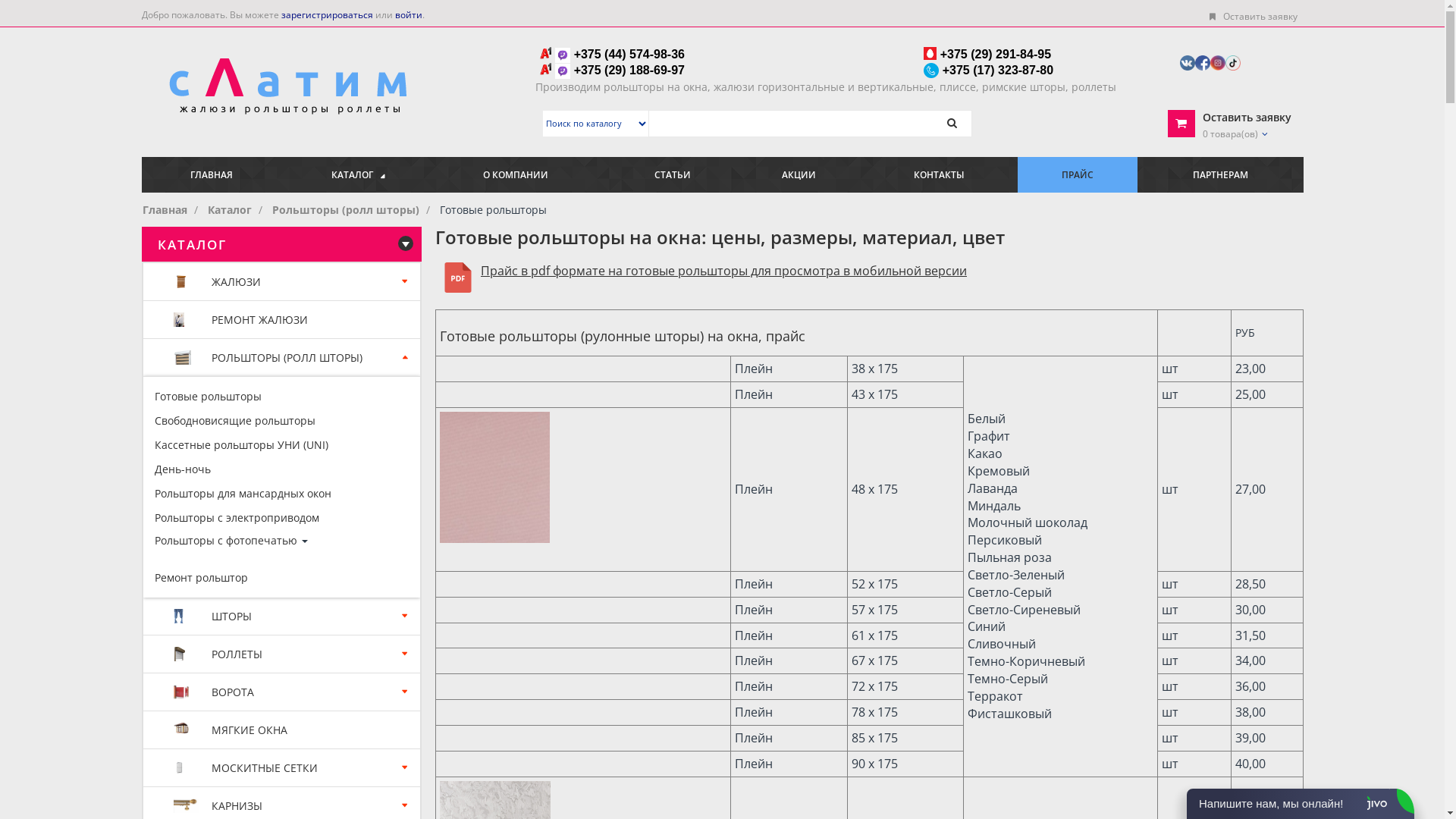 Image resolution: width=1456 pixels, height=819 pixels. What do you see at coordinates (1186, 61) in the screenshot?
I see `'Slatim vk'` at bounding box center [1186, 61].